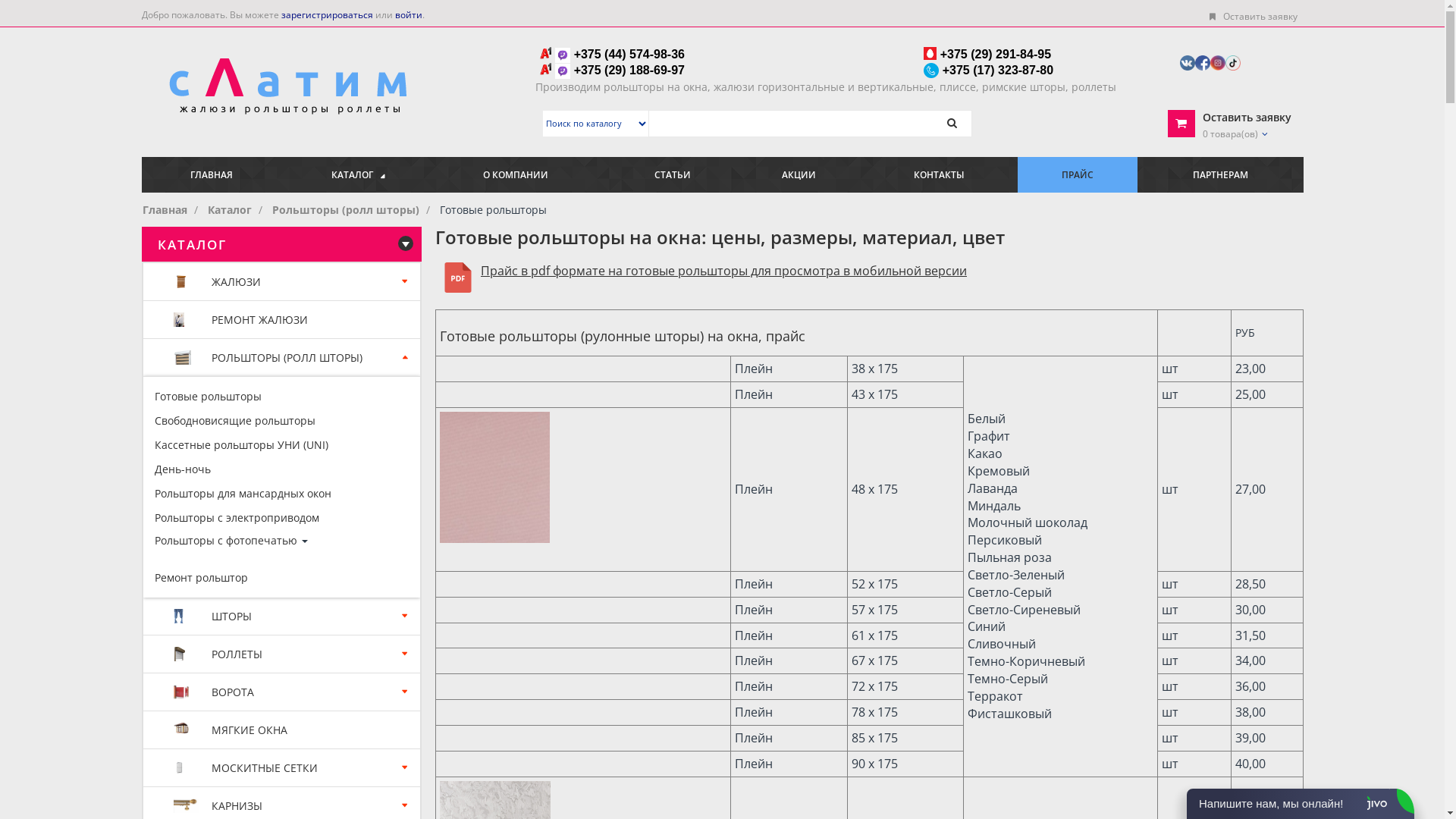 Image resolution: width=1456 pixels, height=819 pixels. What do you see at coordinates (1186, 61) in the screenshot?
I see `'Slatim vk'` at bounding box center [1186, 61].